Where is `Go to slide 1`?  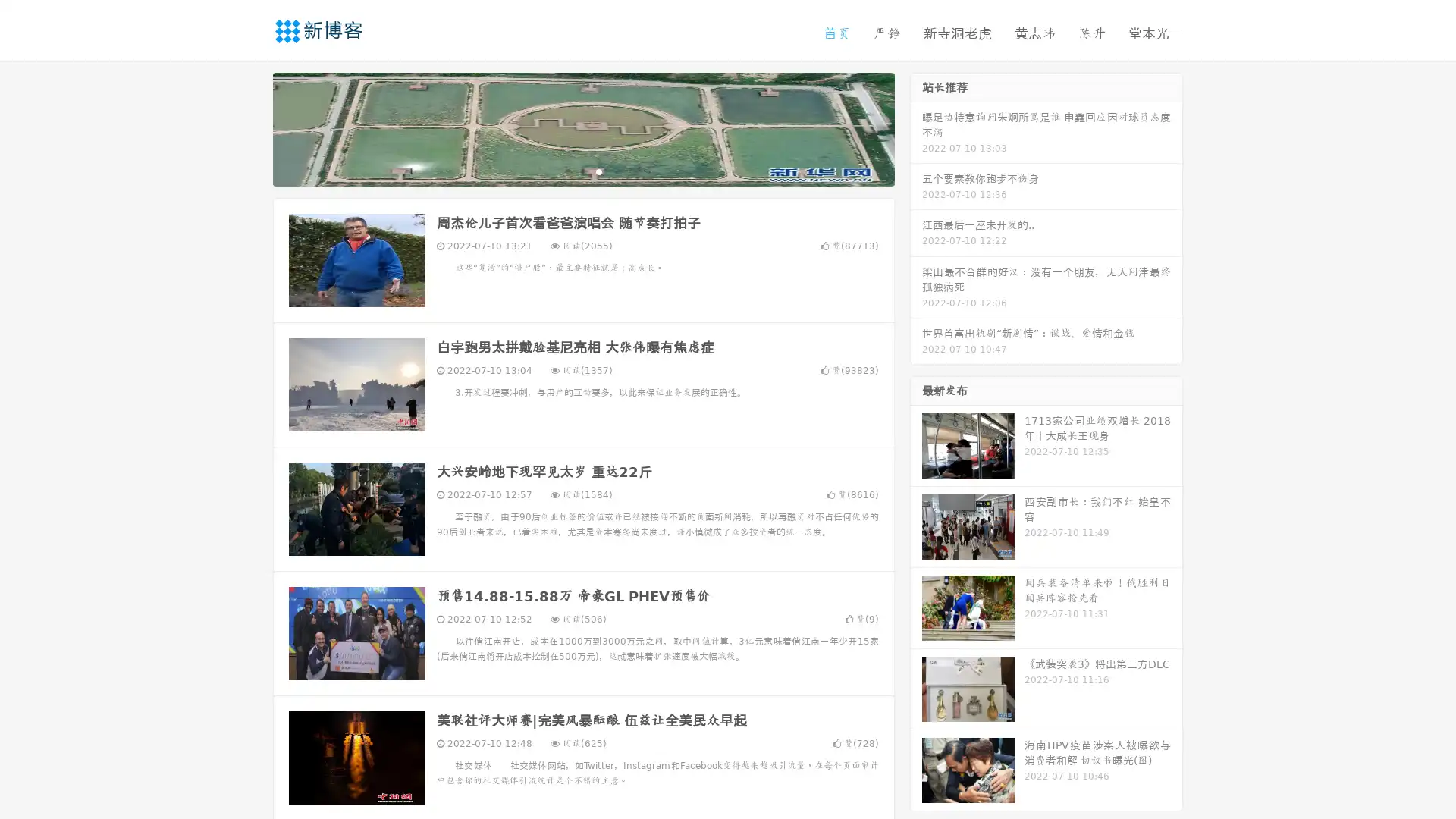
Go to slide 1 is located at coordinates (567, 171).